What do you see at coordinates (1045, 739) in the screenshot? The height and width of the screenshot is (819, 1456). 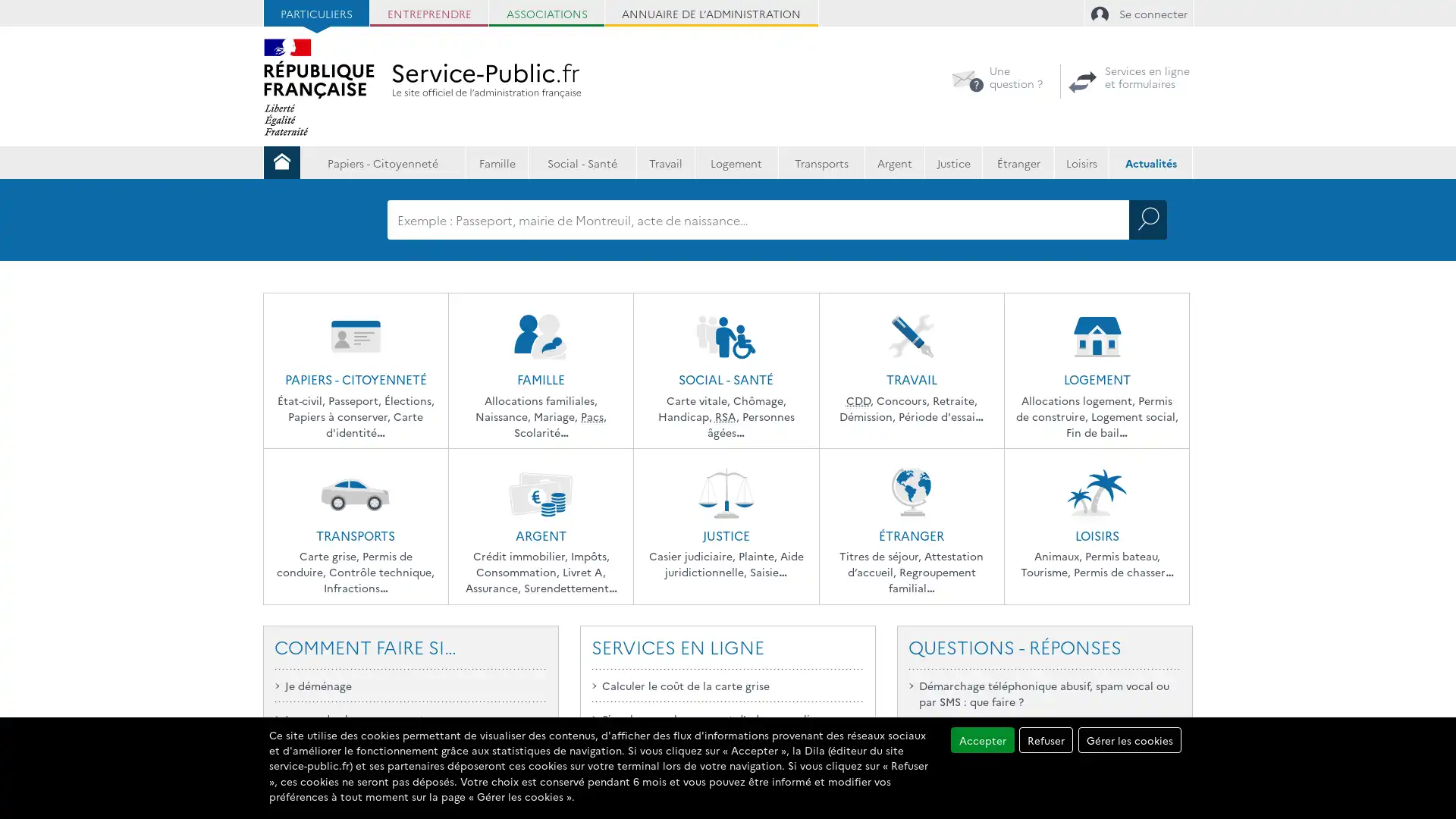 I see `Refuser` at bounding box center [1045, 739].